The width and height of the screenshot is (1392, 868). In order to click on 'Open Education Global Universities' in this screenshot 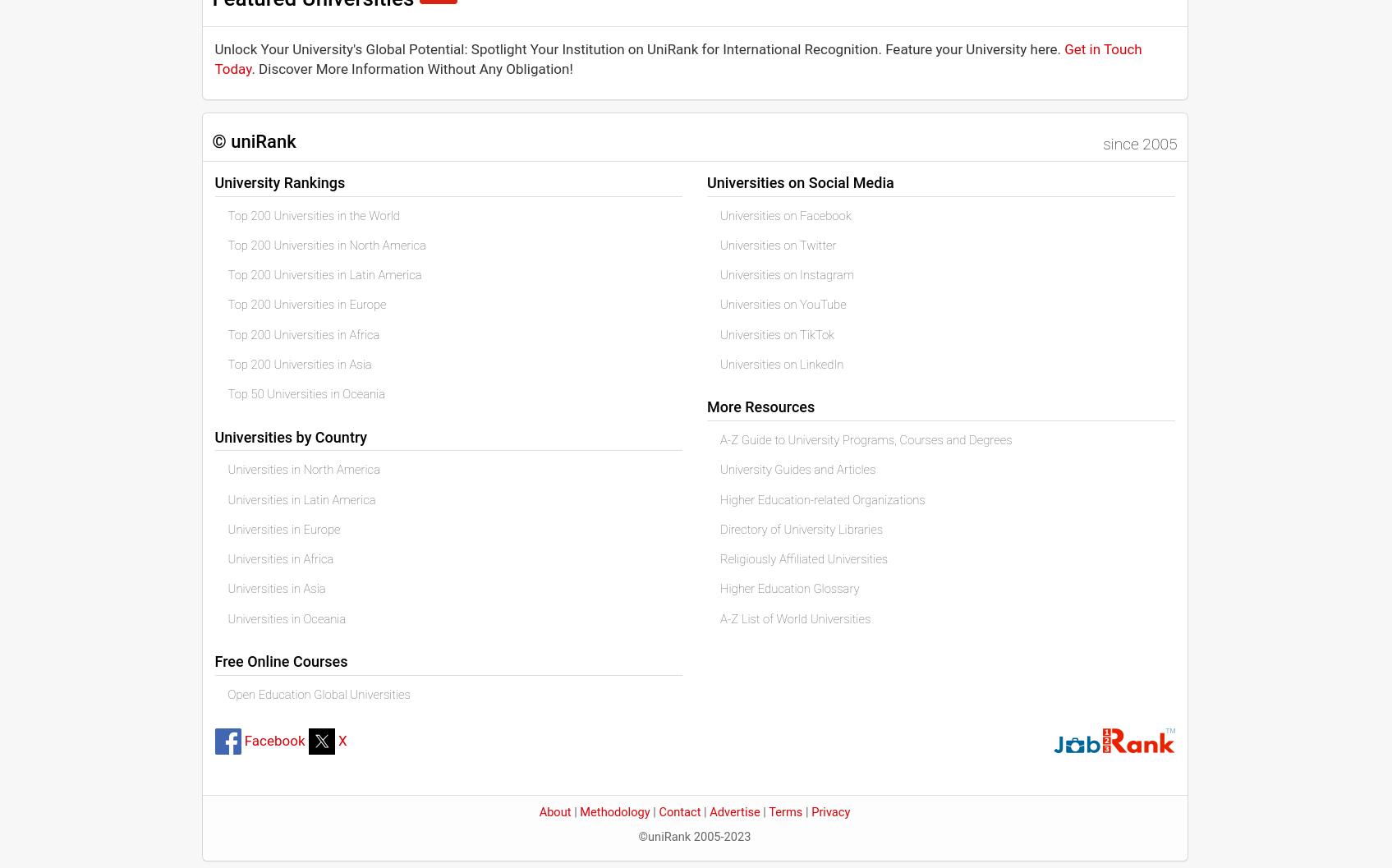, I will do `click(318, 692)`.